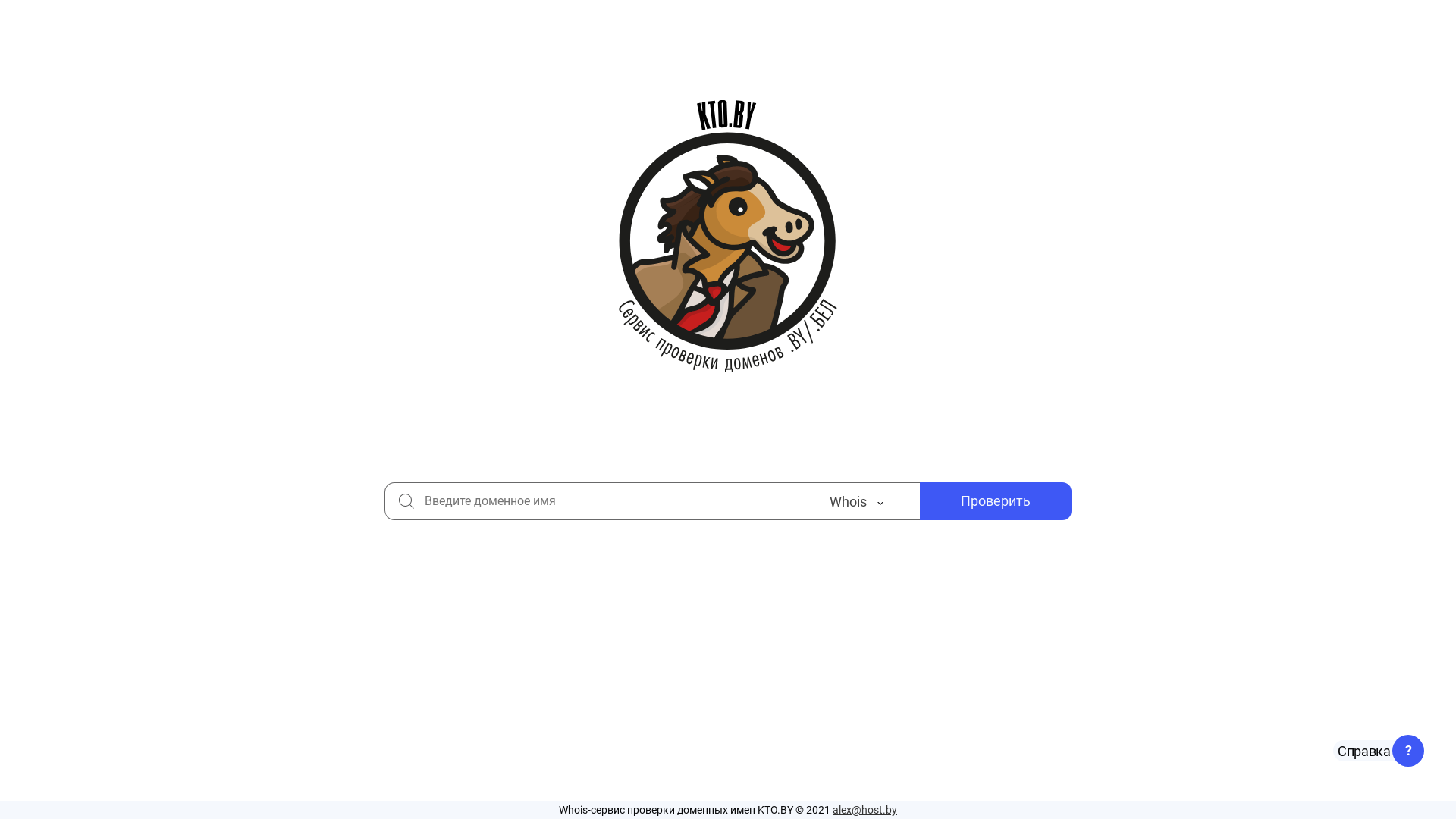  What do you see at coordinates (864, 809) in the screenshot?
I see `'alex@host.by'` at bounding box center [864, 809].